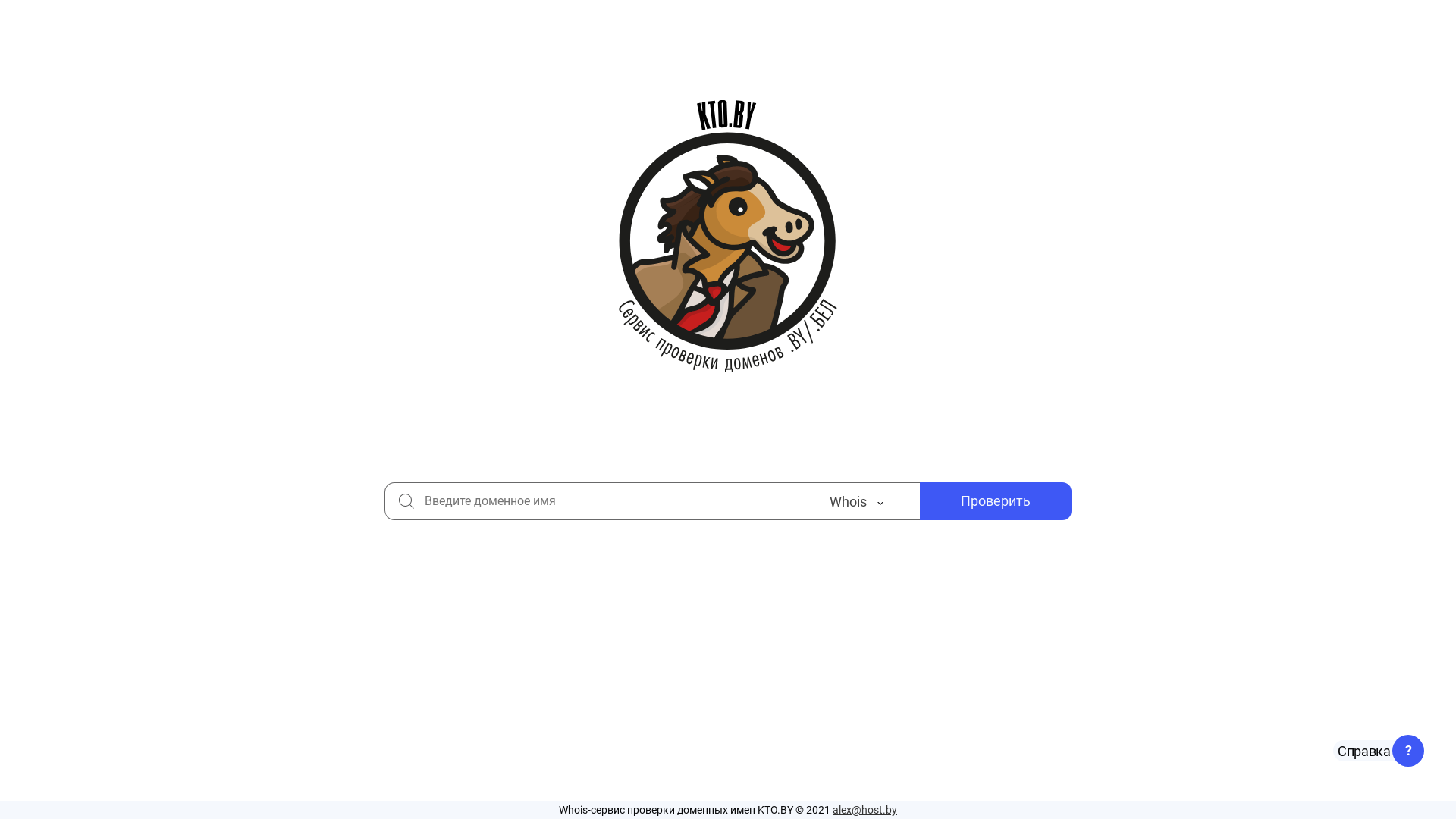  What do you see at coordinates (864, 809) in the screenshot?
I see `'alex@host.by'` at bounding box center [864, 809].